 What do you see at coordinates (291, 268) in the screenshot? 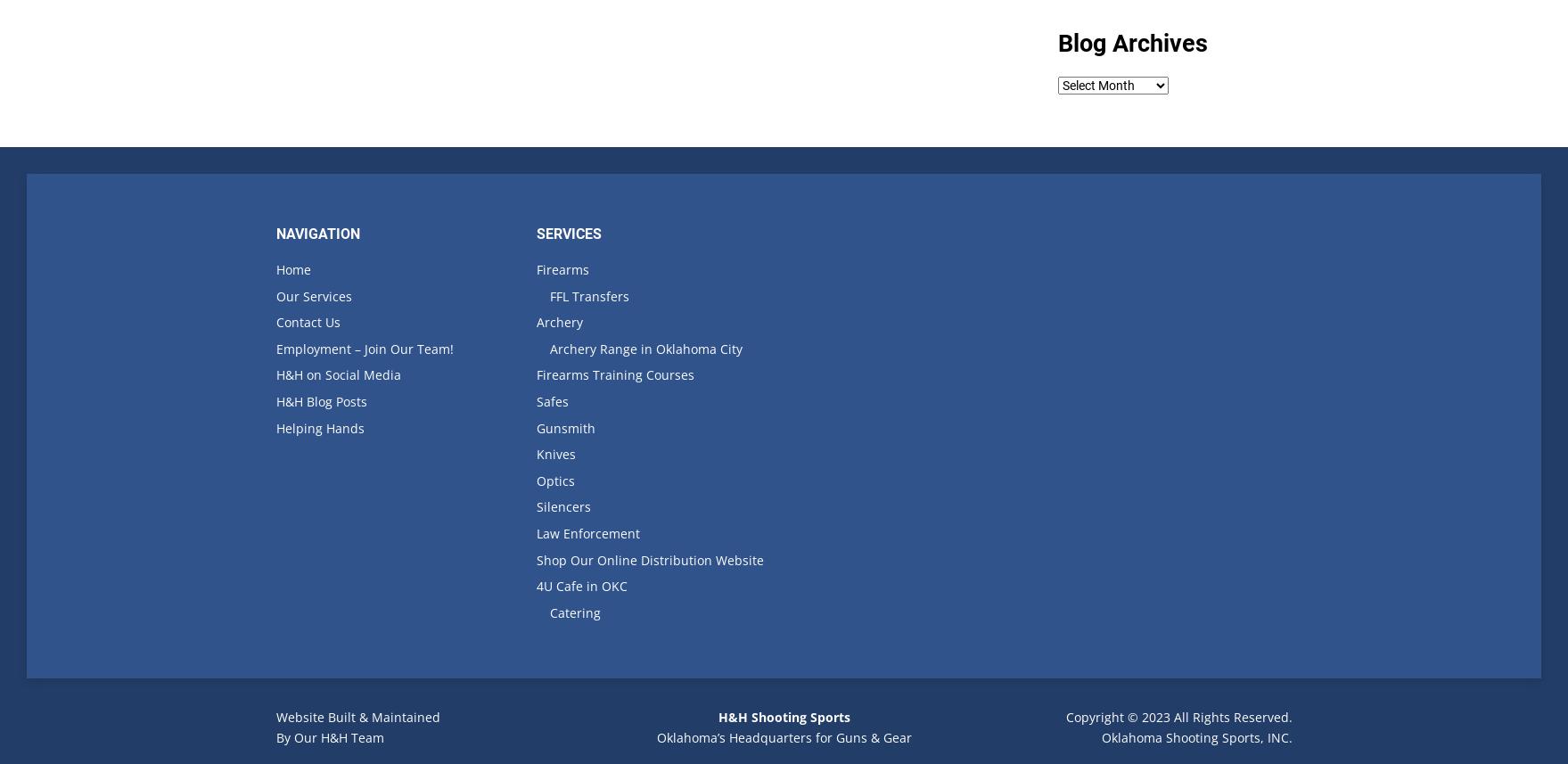
I see `'Home'` at bounding box center [291, 268].